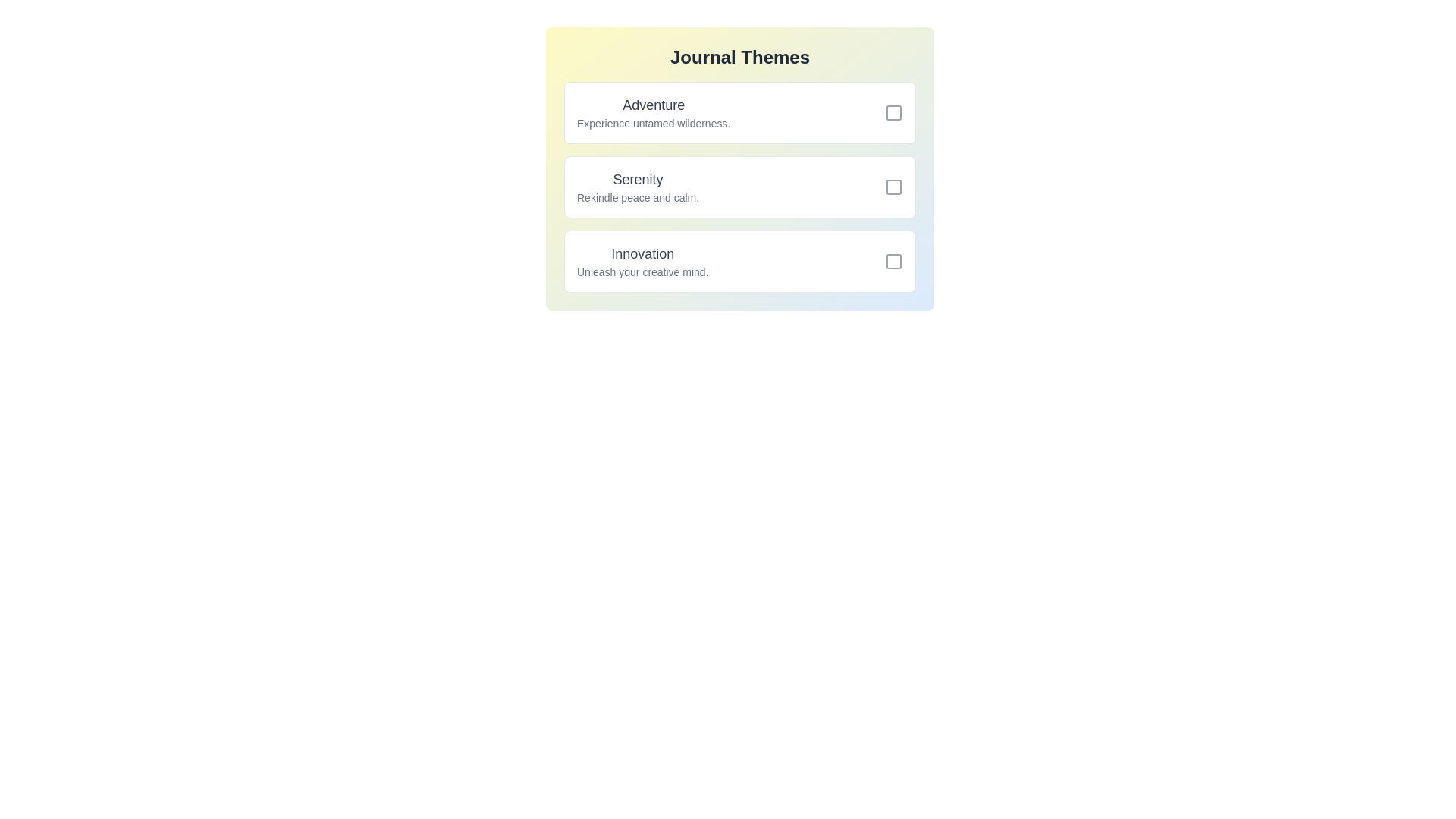 The width and height of the screenshot is (1456, 819). What do you see at coordinates (894, 186) in the screenshot?
I see `the checkbox next to the item 'Serenity' in the 'Journal Themes' list to trigger a tooltip or highlight effect` at bounding box center [894, 186].